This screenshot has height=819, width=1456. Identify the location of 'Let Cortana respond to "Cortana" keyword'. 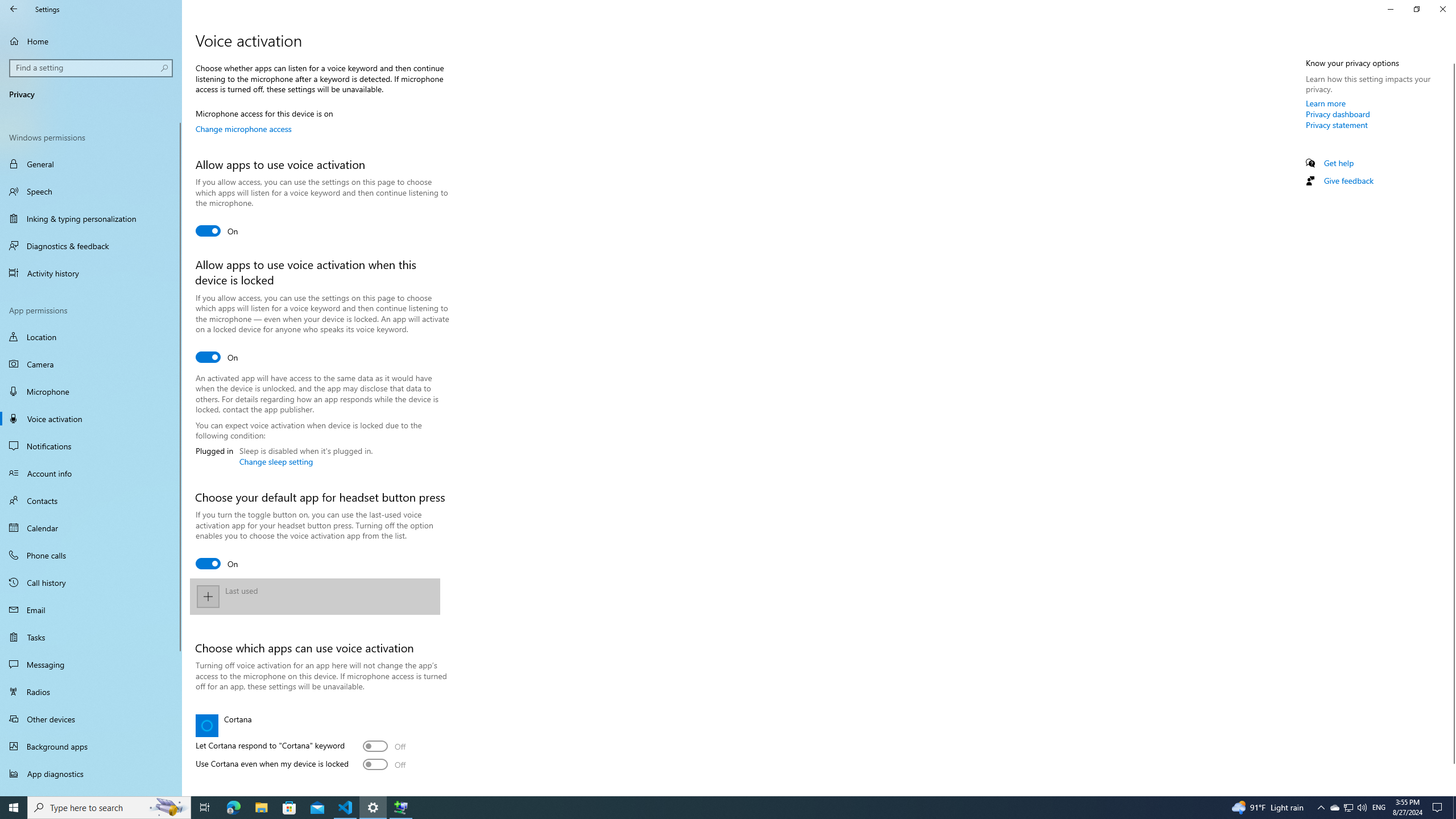
(383, 745).